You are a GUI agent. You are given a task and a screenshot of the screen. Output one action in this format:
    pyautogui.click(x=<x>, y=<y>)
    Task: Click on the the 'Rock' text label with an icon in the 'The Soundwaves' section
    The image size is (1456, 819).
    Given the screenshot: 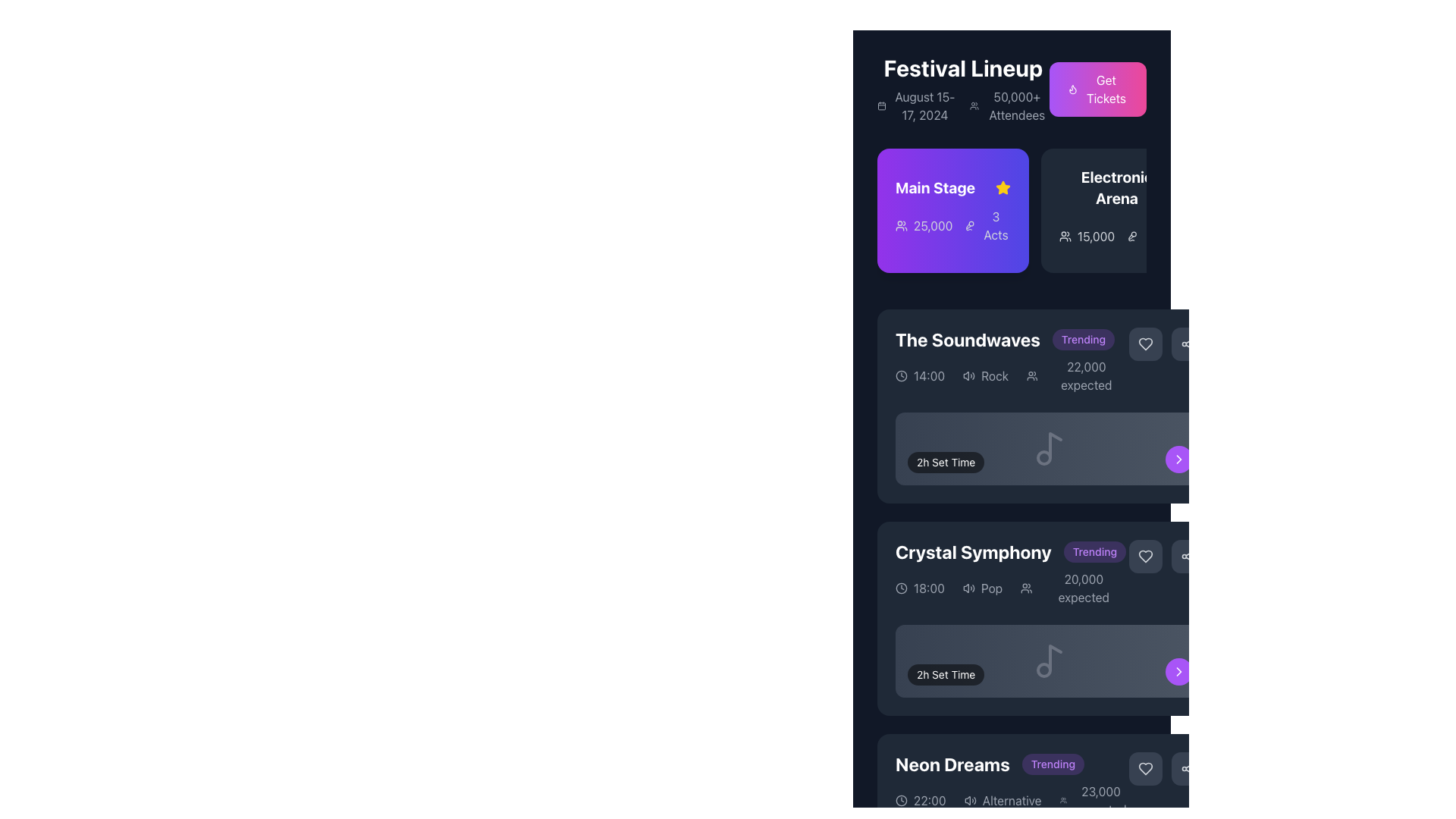 What is the action you would take?
    pyautogui.click(x=986, y=375)
    